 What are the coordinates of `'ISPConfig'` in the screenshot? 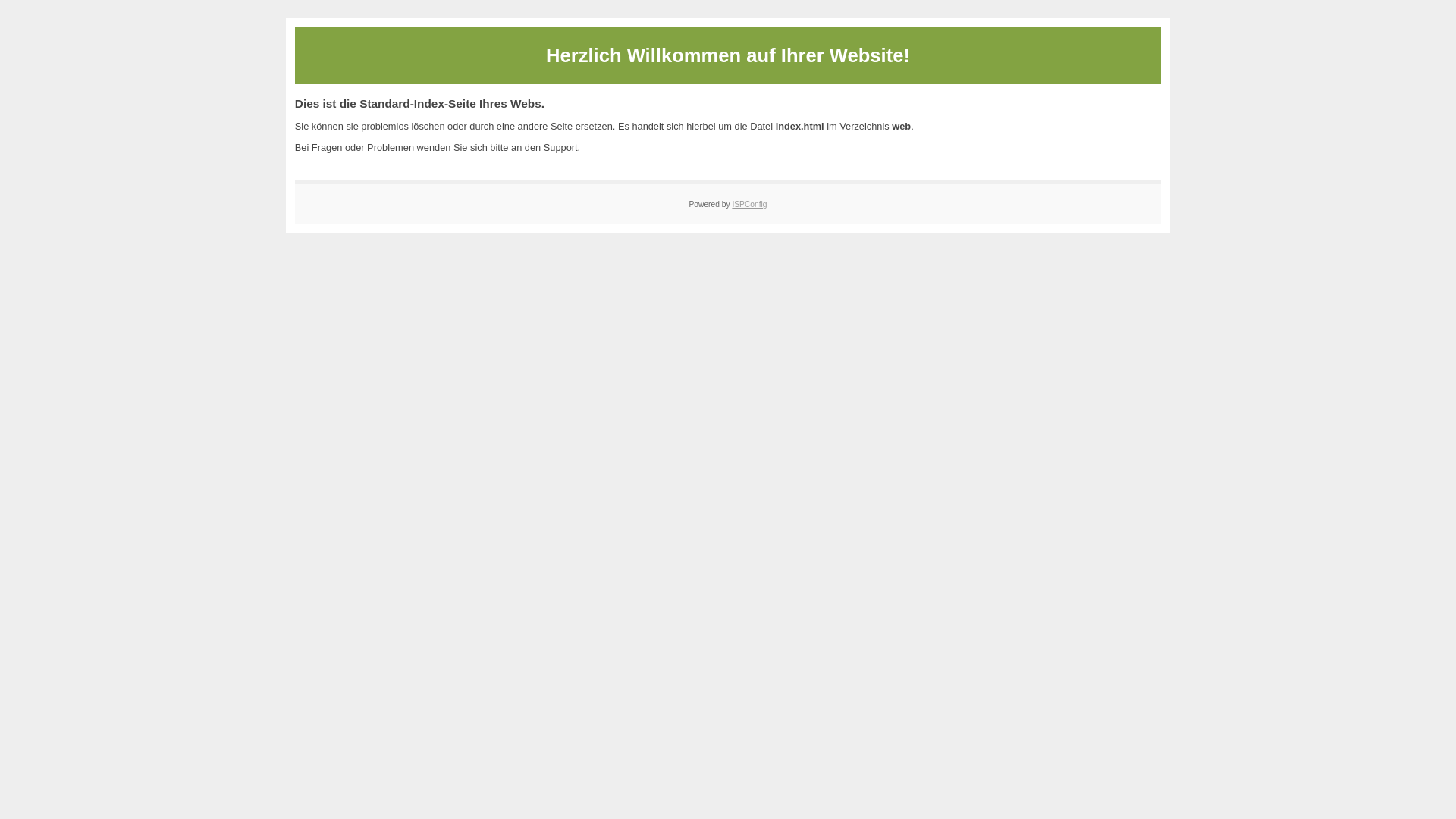 It's located at (731, 203).